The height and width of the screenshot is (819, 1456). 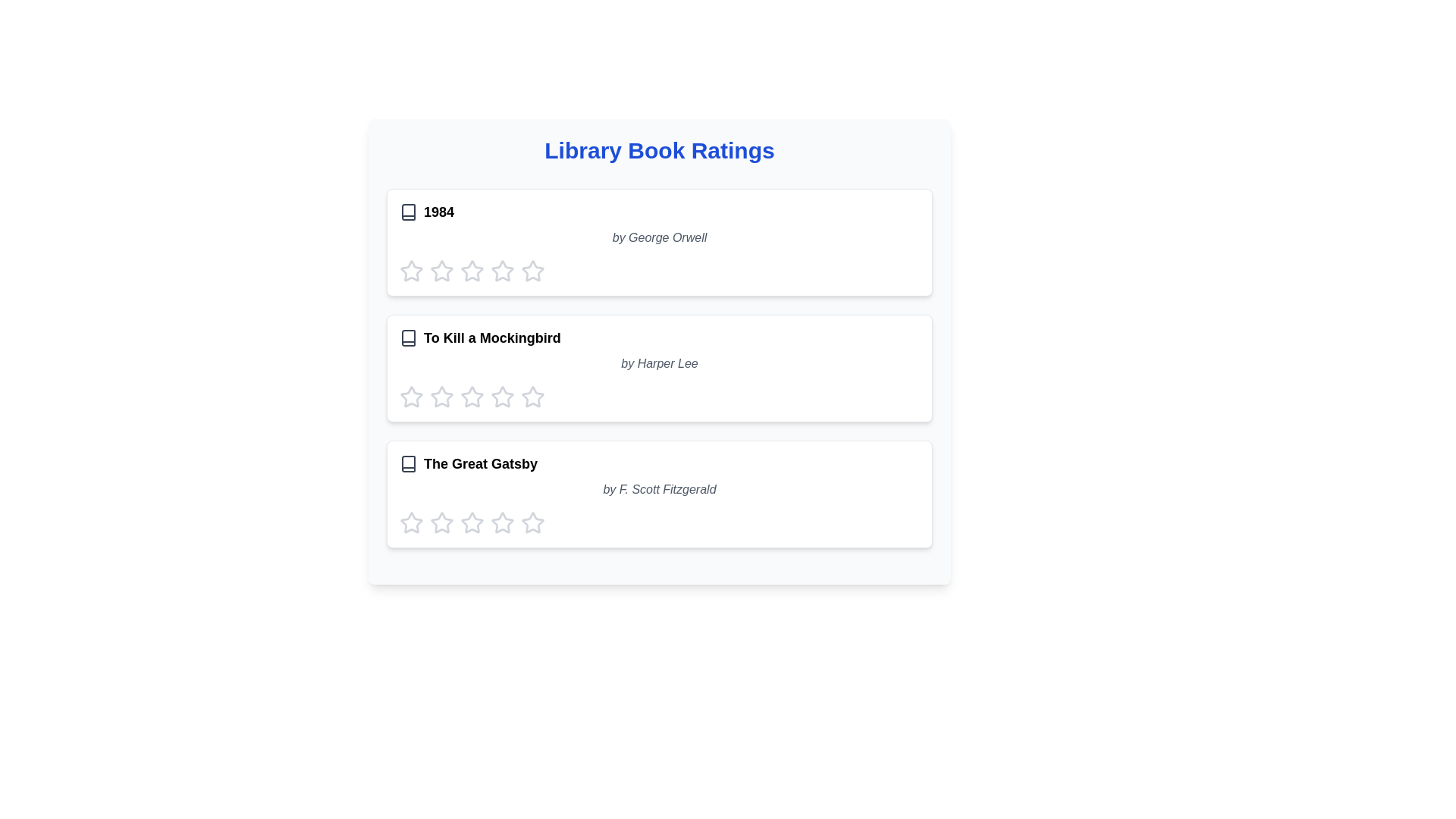 What do you see at coordinates (411, 522) in the screenshot?
I see `the first star icon in the rating system to provide a one-star rating for the book 'The Great Gatsby.'` at bounding box center [411, 522].